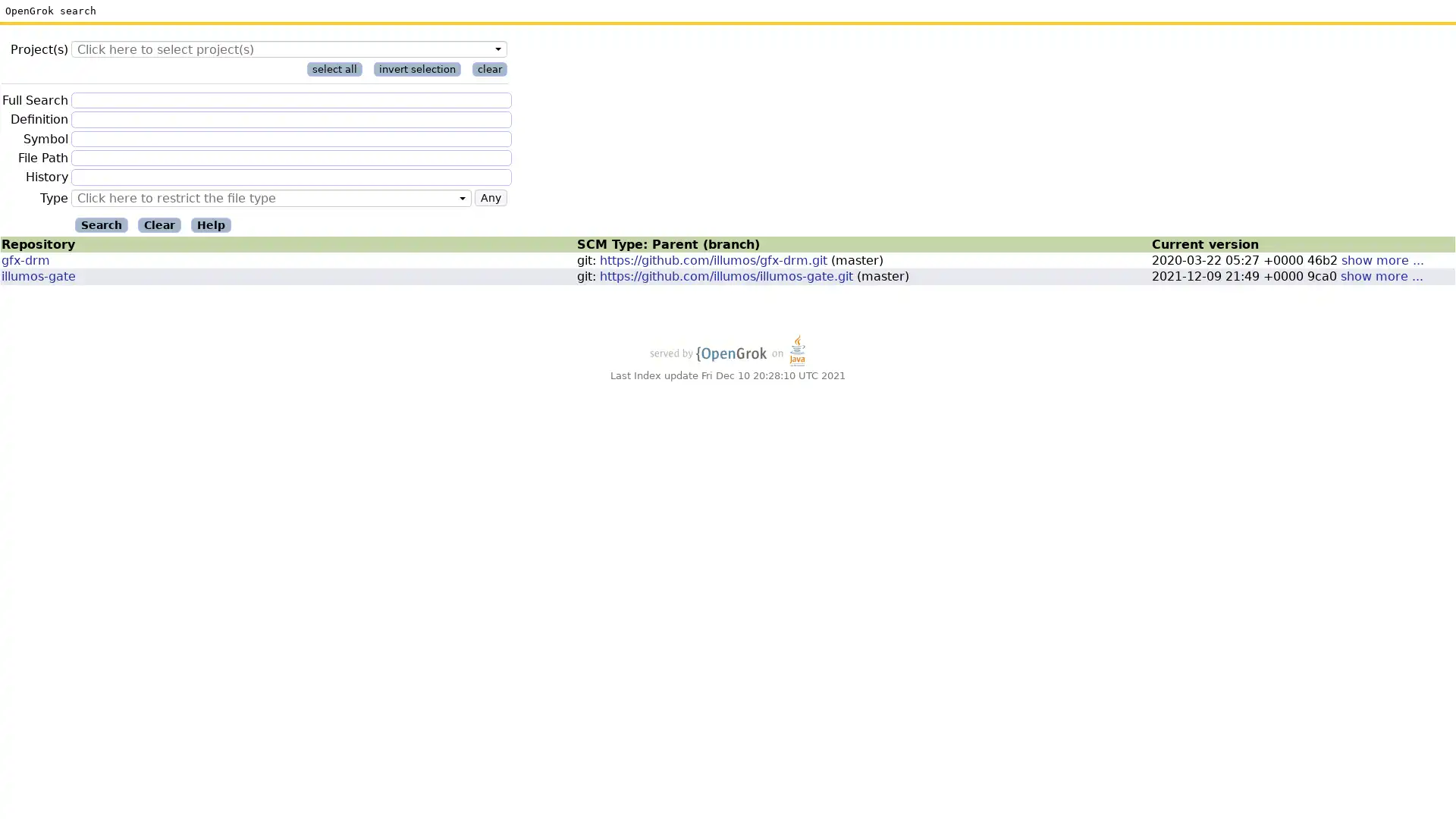 The height and width of the screenshot is (819, 1456). Describe the element at coordinates (101, 224) in the screenshot. I see `Search` at that location.